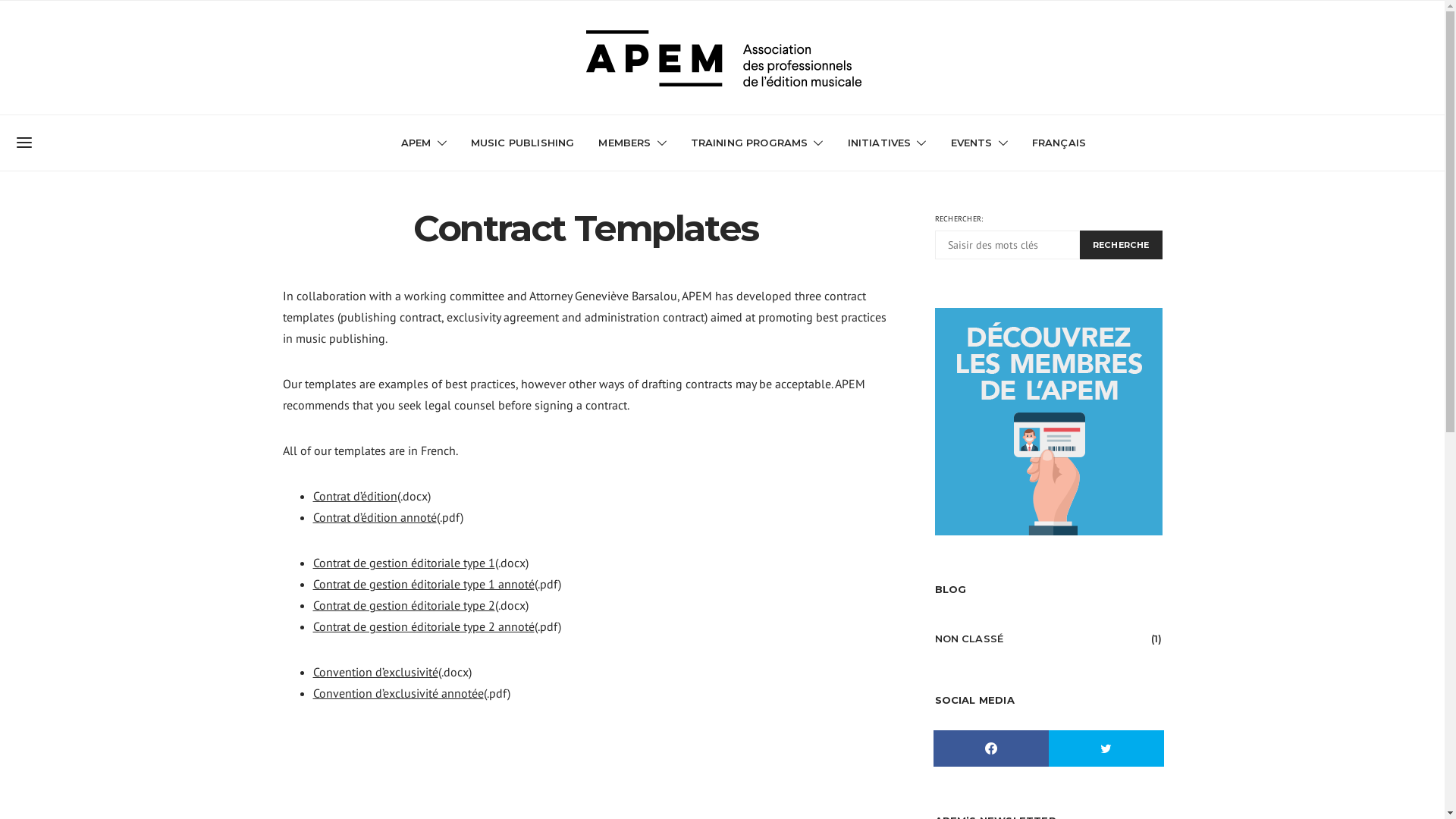 Image resolution: width=1456 pixels, height=819 pixels. I want to click on 'TRAINING PROGRAMS', so click(757, 143).